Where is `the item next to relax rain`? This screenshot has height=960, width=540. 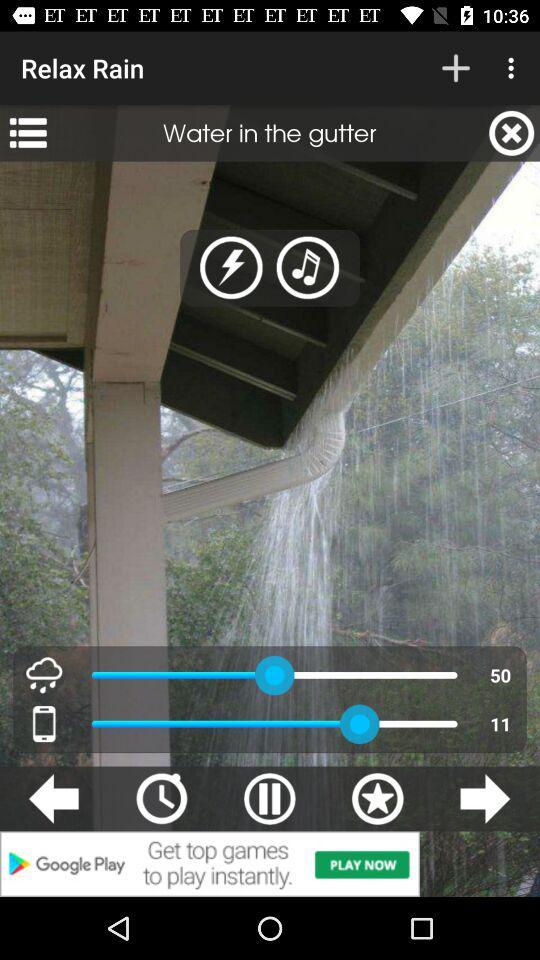 the item next to relax rain is located at coordinates (455, 68).